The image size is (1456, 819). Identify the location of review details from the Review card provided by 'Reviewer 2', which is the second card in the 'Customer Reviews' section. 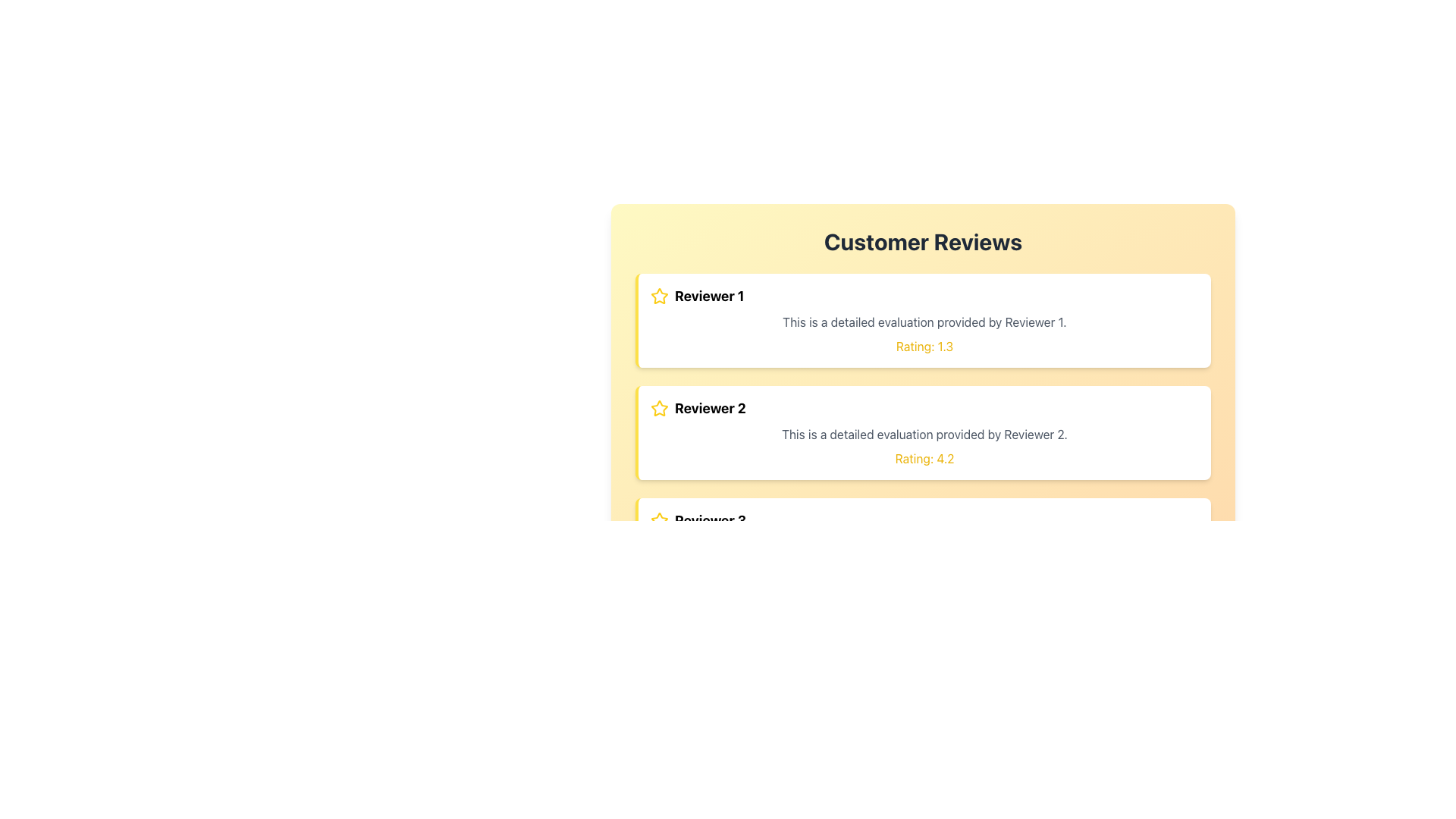
(922, 432).